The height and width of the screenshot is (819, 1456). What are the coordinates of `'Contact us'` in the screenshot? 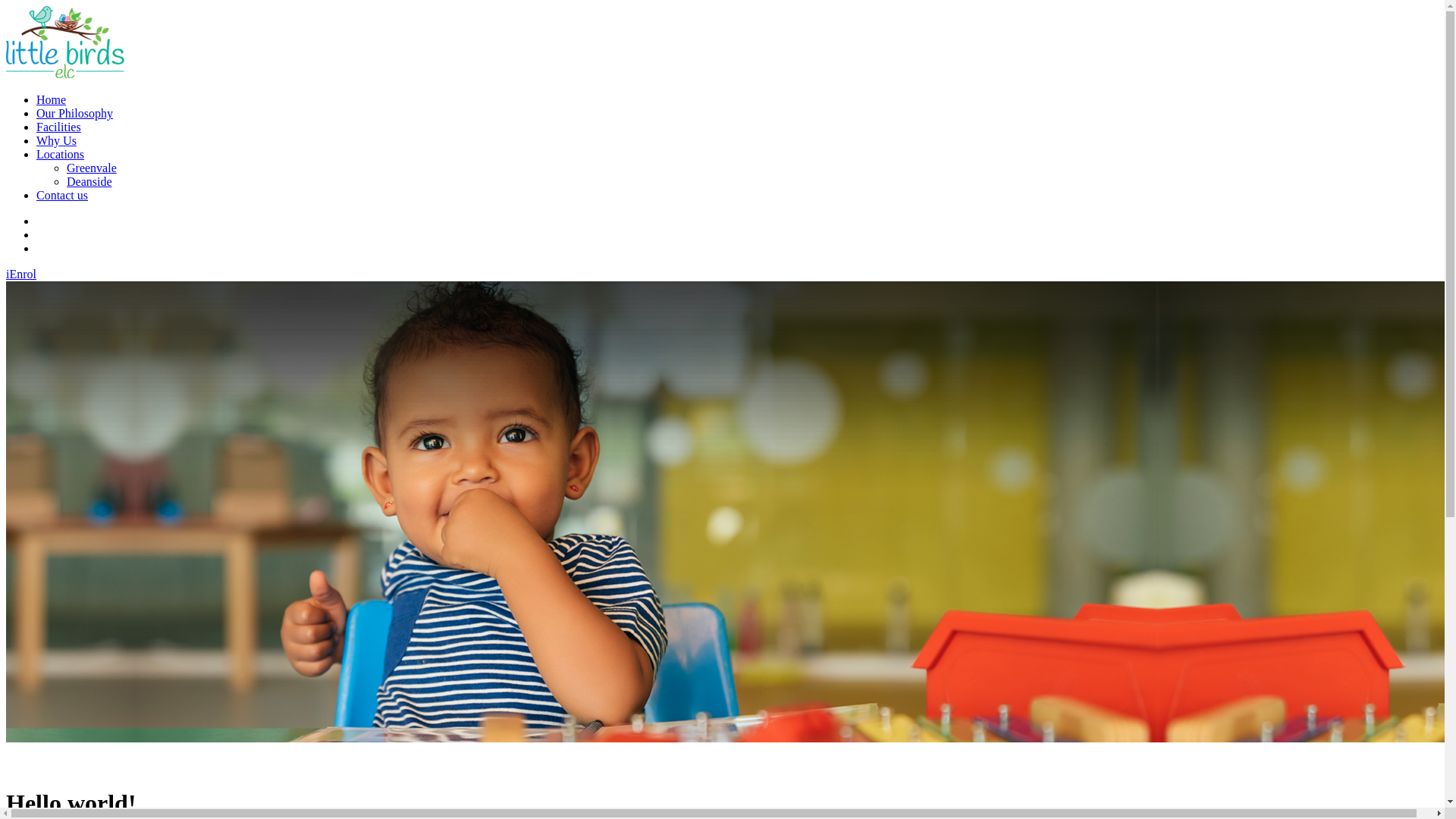 It's located at (36, 194).